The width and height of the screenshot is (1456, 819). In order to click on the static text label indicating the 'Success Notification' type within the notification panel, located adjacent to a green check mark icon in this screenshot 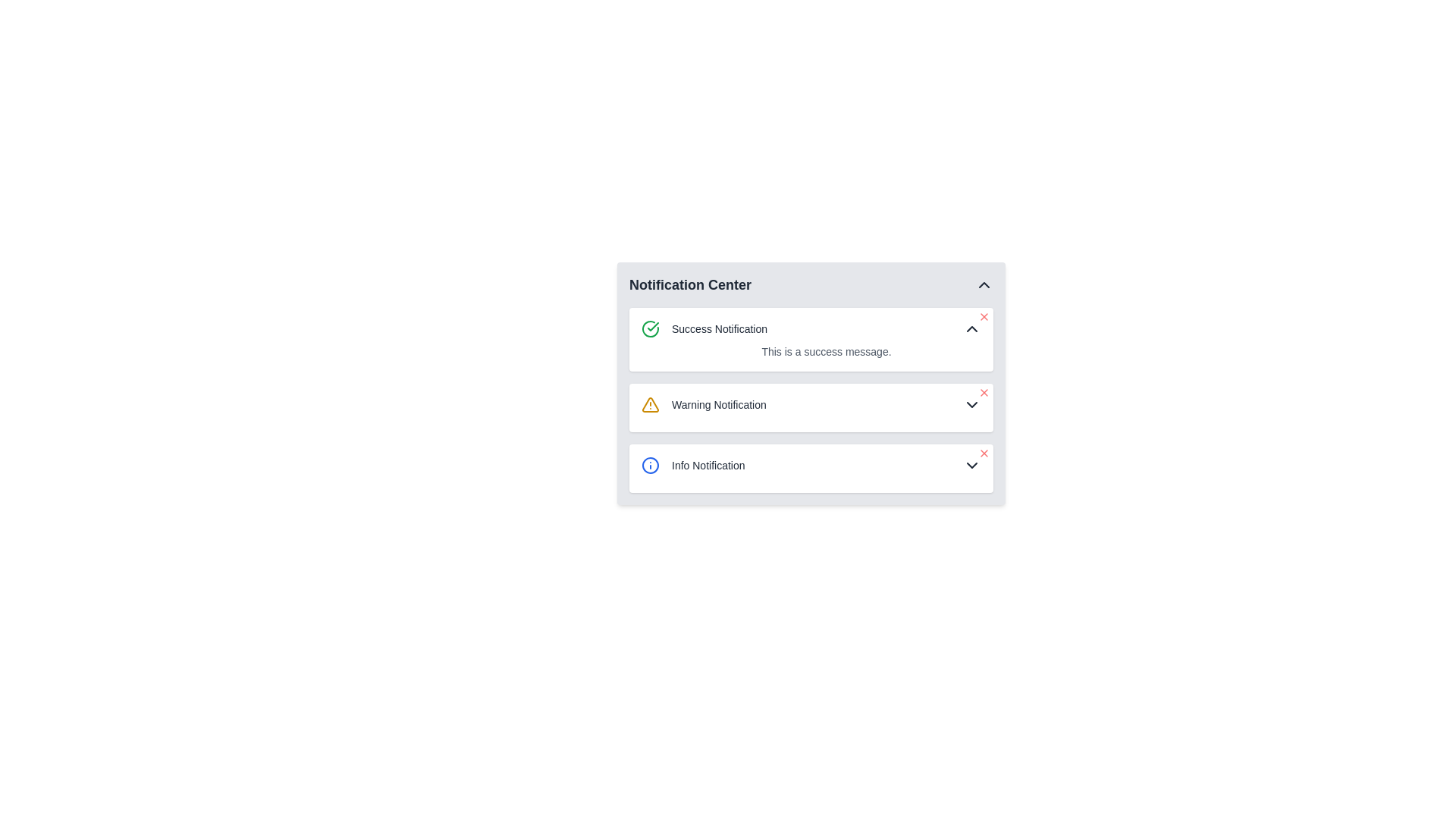, I will do `click(719, 328)`.